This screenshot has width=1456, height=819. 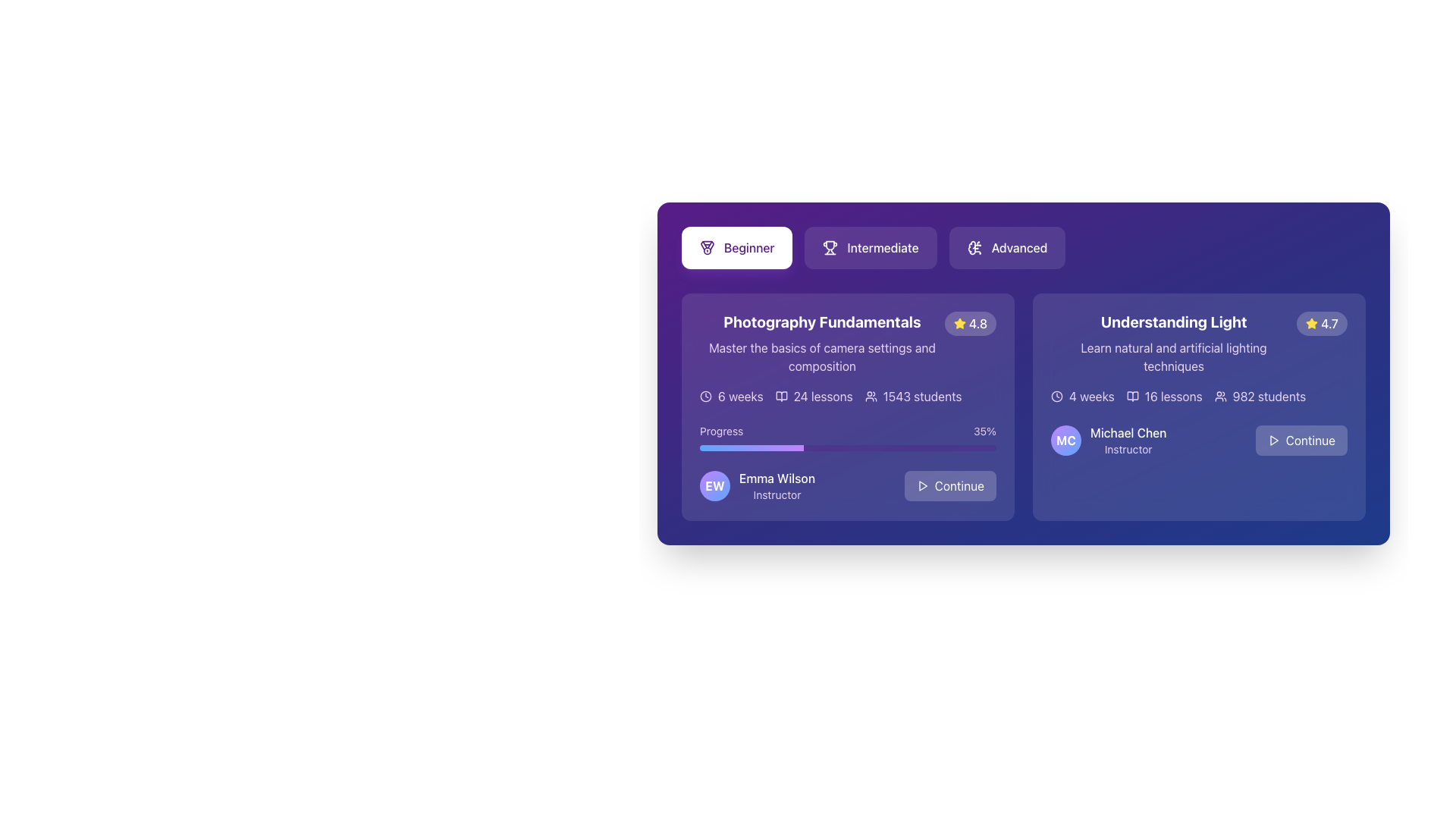 What do you see at coordinates (781, 396) in the screenshot?
I see `the small icon representing an open book located within the purple card labeled 'Photography Fundamentals' towards the bottom-left corner, aligned left to the text '24 lessons'` at bounding box center [781, 396].